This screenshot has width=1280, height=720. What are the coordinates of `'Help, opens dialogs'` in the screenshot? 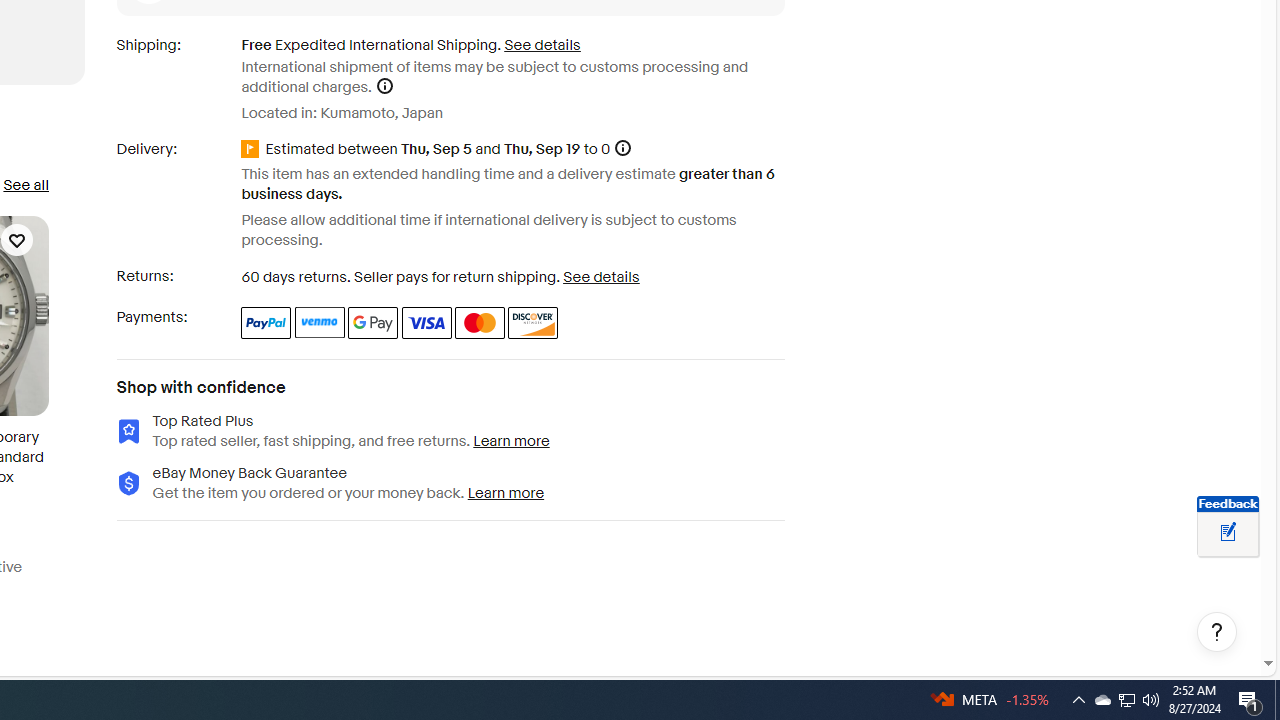 It's located at (1216, 632).